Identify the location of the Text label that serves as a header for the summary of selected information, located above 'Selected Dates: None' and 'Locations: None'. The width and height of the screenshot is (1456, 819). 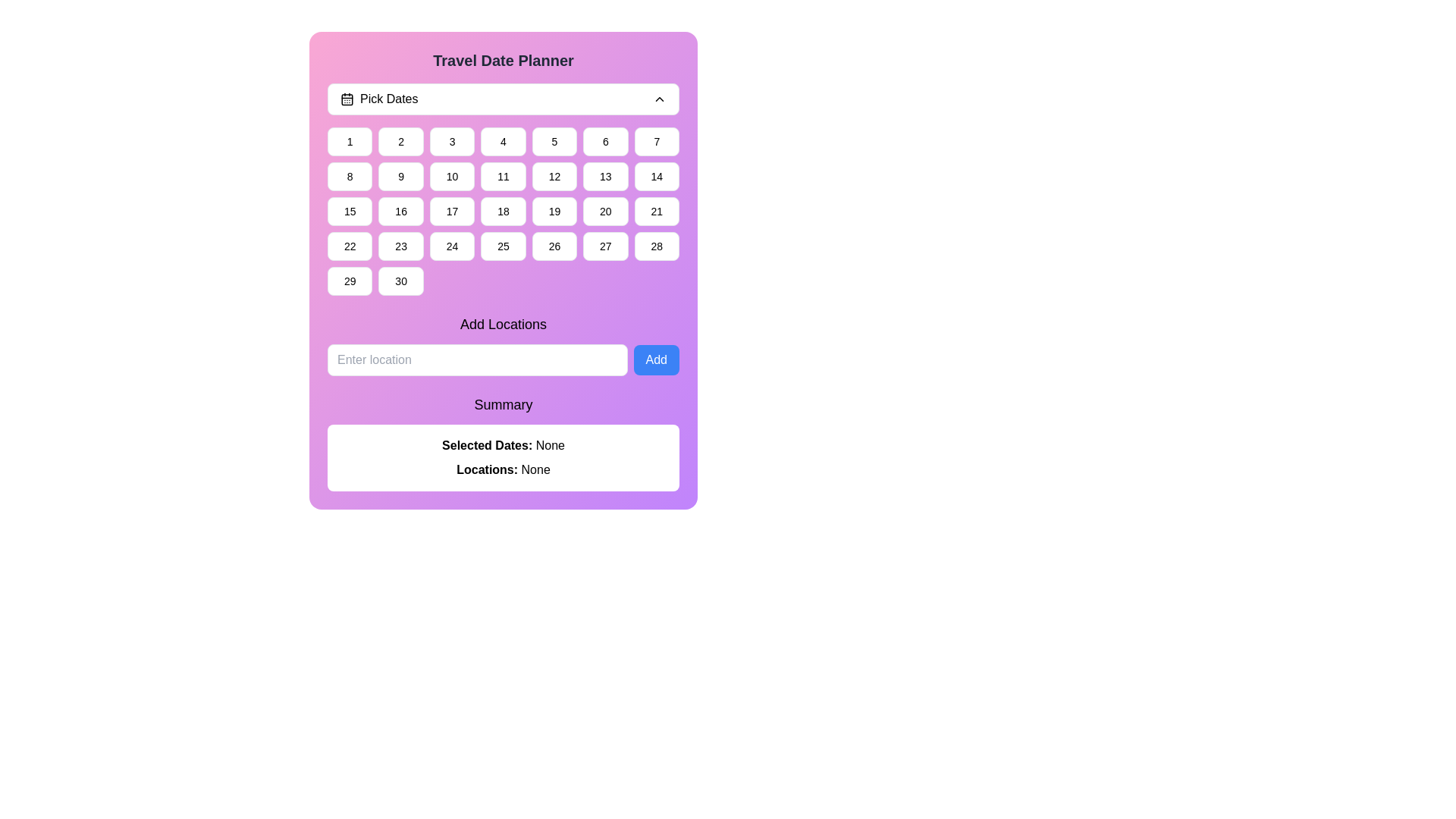
(503, 403).